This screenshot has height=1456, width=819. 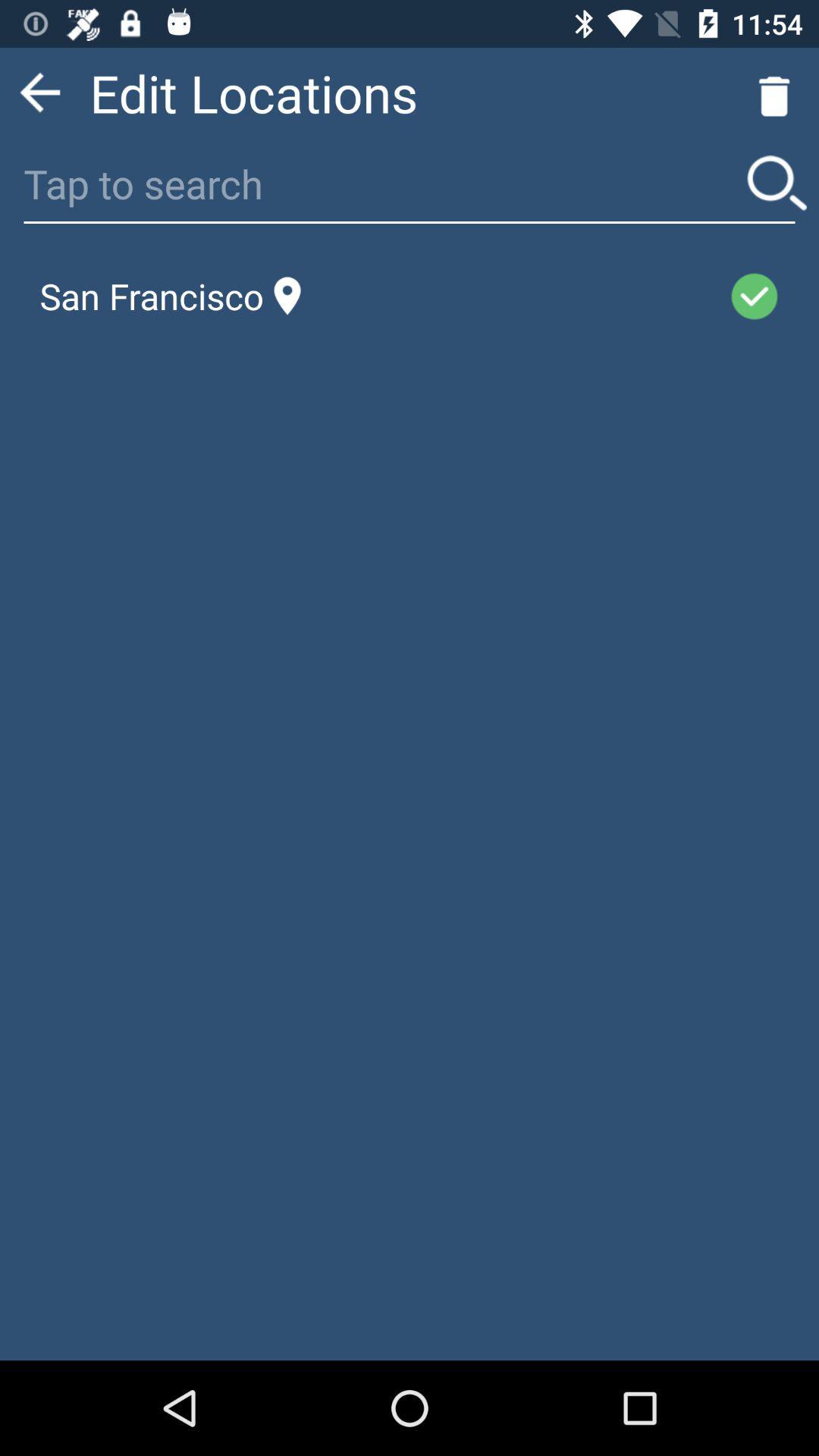 What do you see at coordinates (774, 92) in the screenshot?
I see `the delete icon` at bounding box center [774, 92].